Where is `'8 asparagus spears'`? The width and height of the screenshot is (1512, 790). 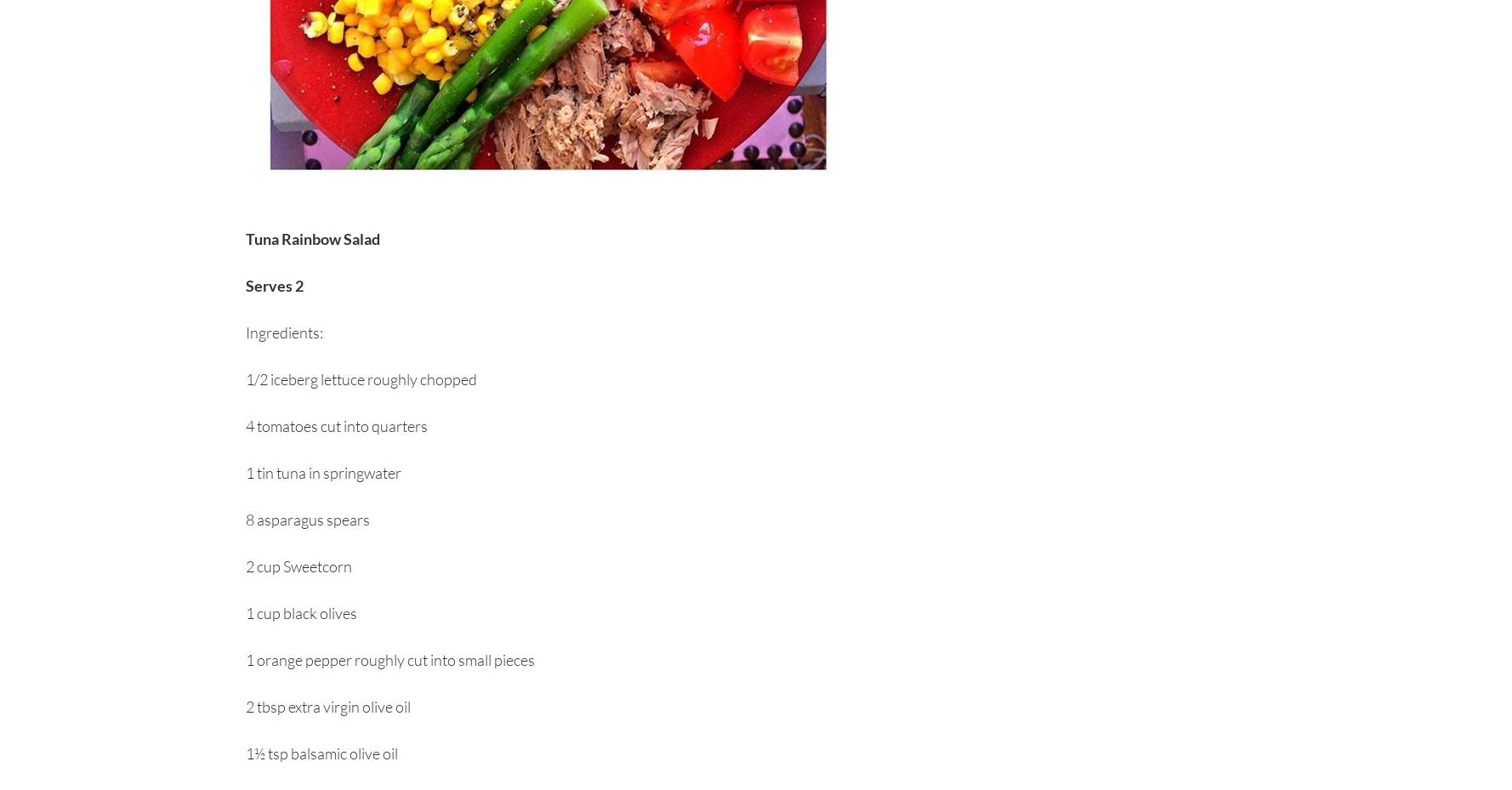
'8 asparagus spears' is located at coordinates (245, 519).